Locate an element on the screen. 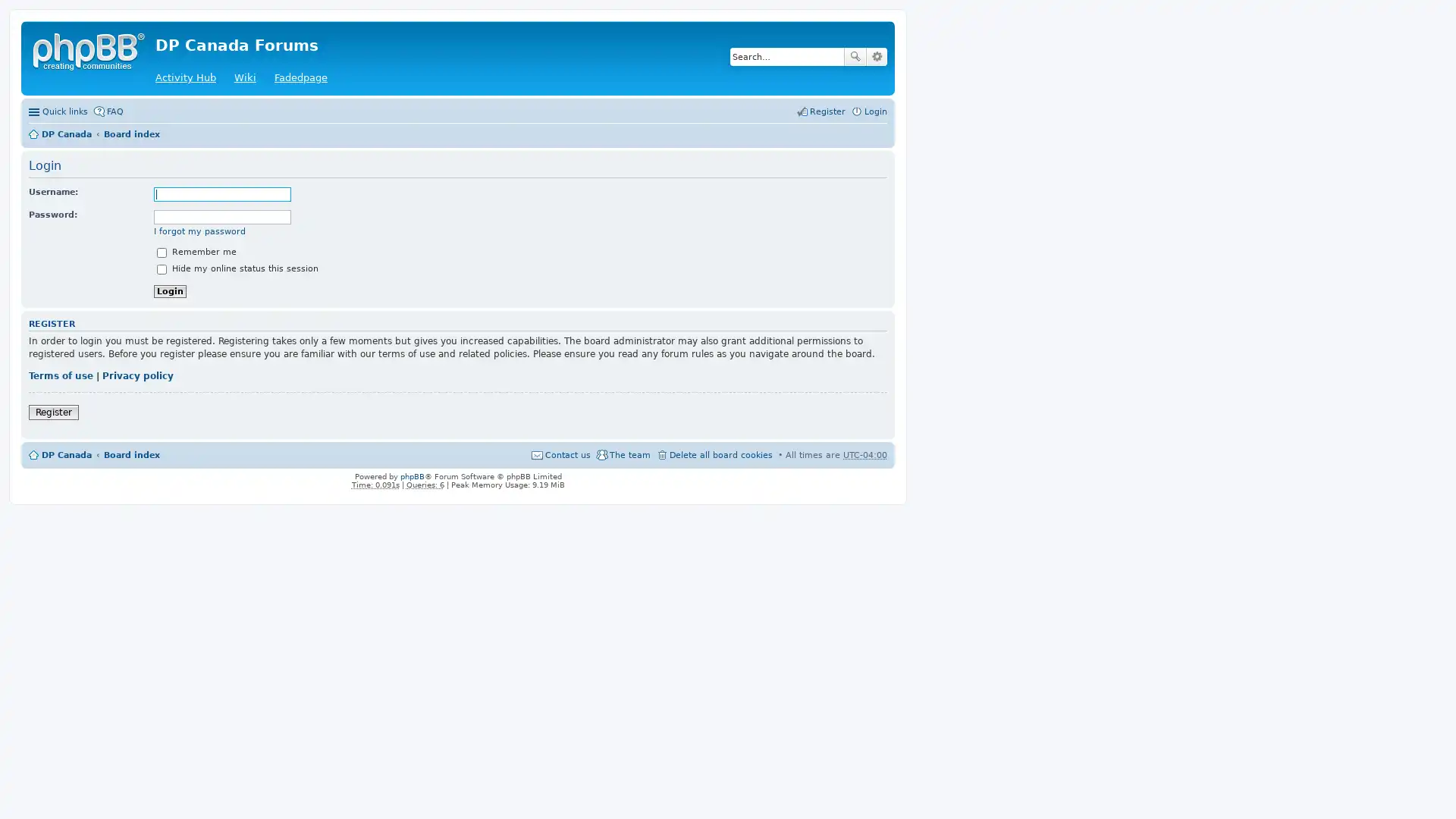  Login is located at coordinates (170, 290).